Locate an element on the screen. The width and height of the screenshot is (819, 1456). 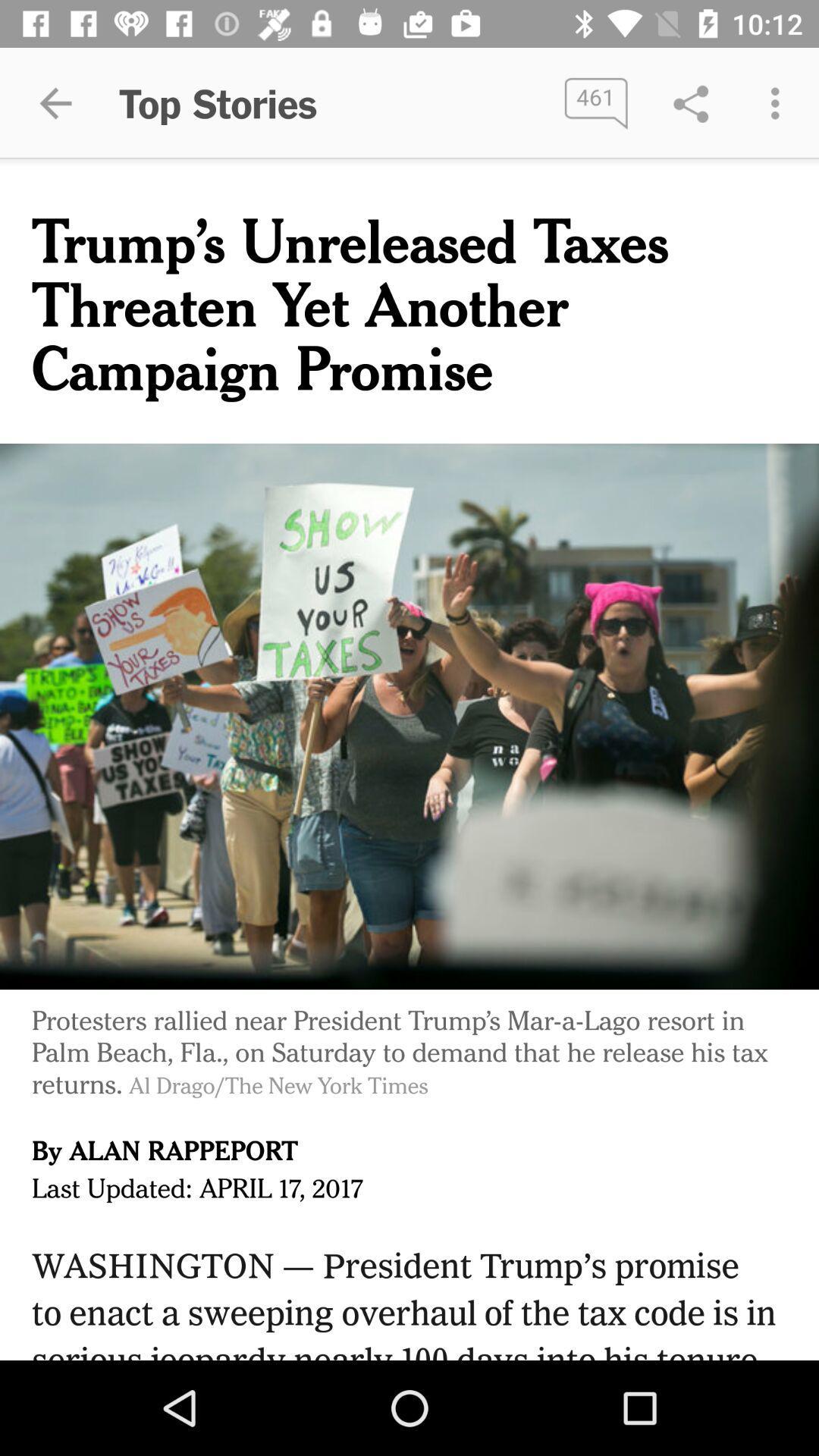
the button which is left side of the share button is located at coordinates (595, 103).